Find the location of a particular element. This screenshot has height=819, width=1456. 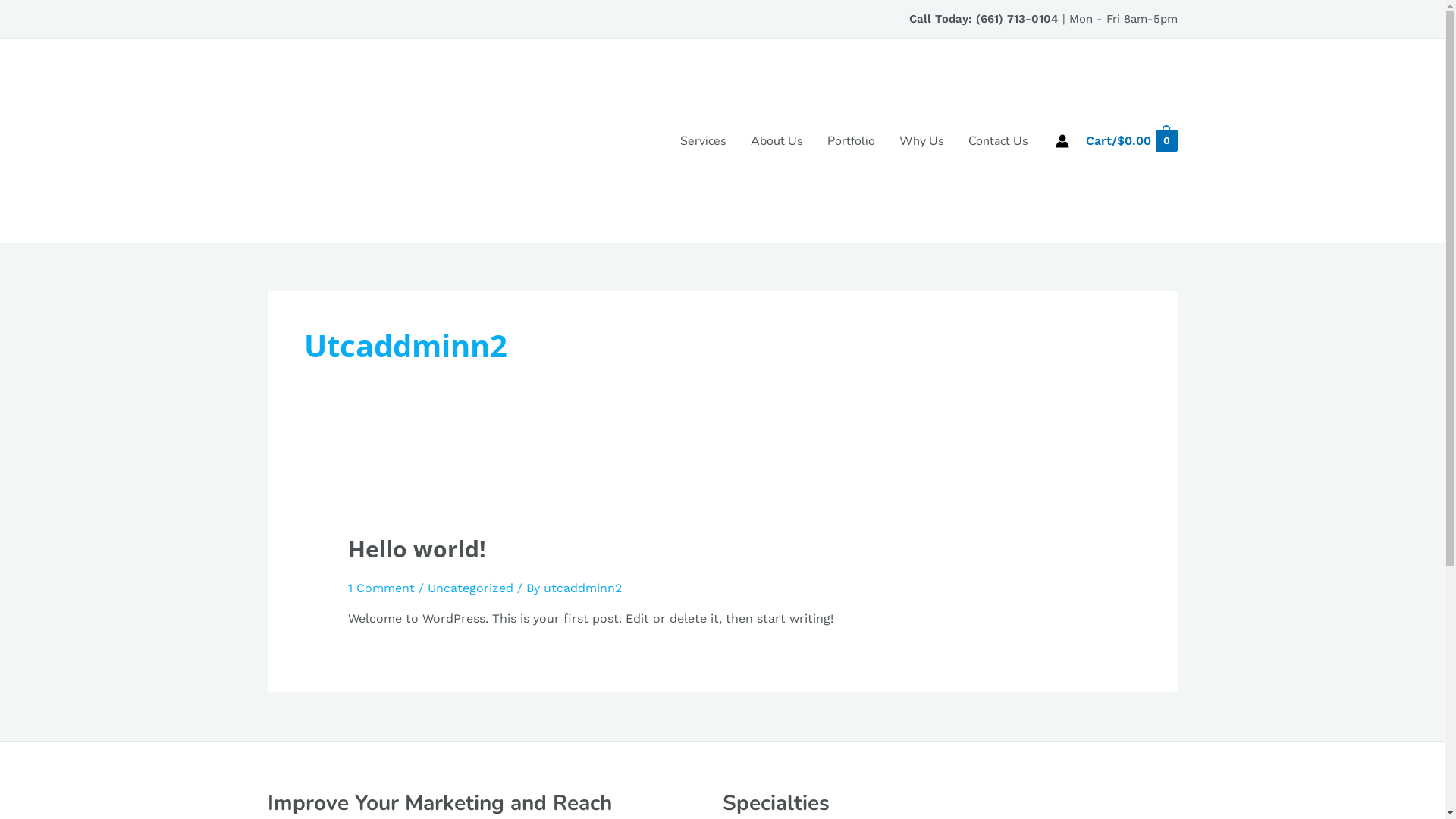

'Uncategorized' is located at coordinates (469, 587).